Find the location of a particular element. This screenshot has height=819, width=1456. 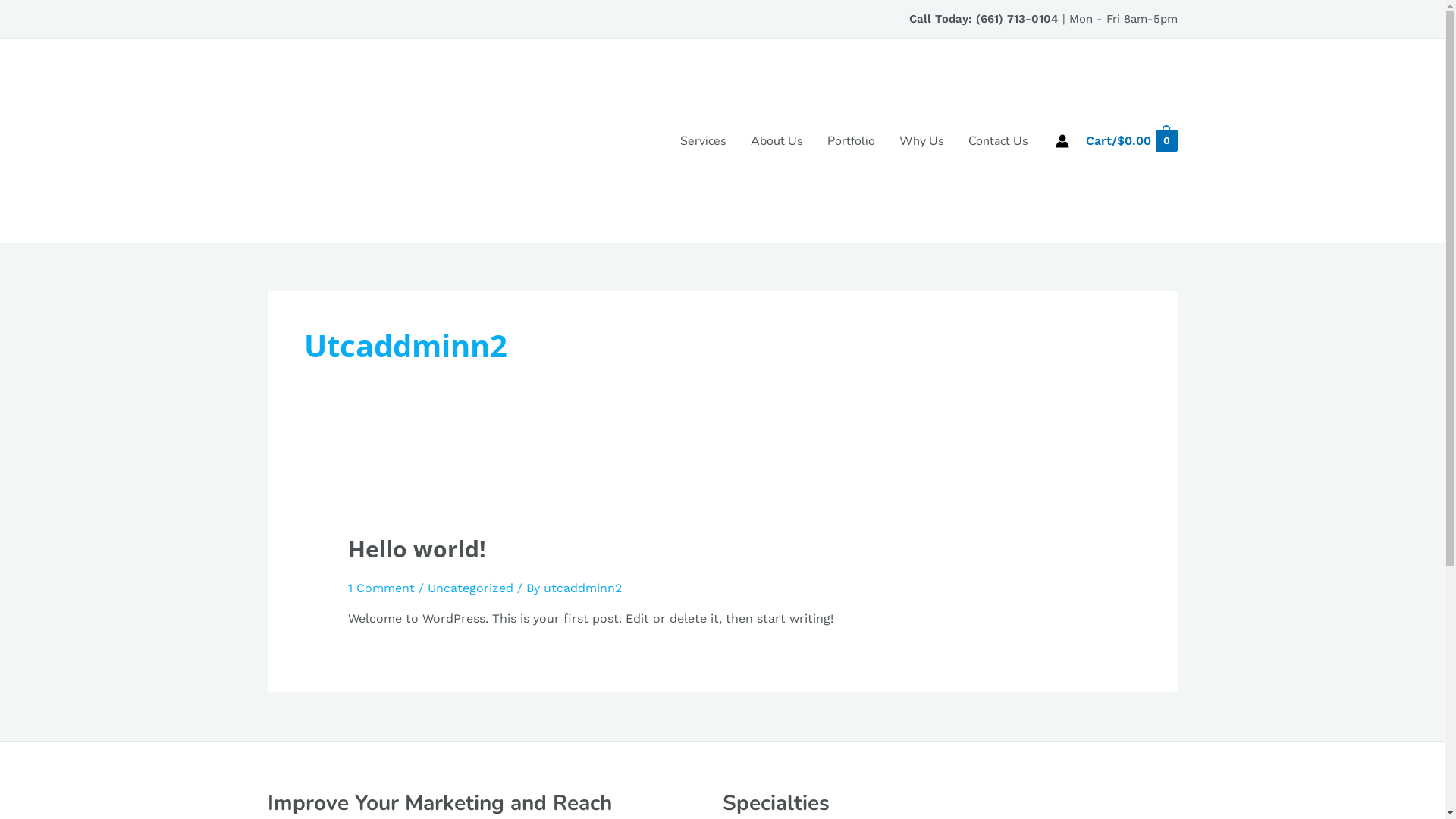

'Uncategorized' is located at coordinates (469, 587).